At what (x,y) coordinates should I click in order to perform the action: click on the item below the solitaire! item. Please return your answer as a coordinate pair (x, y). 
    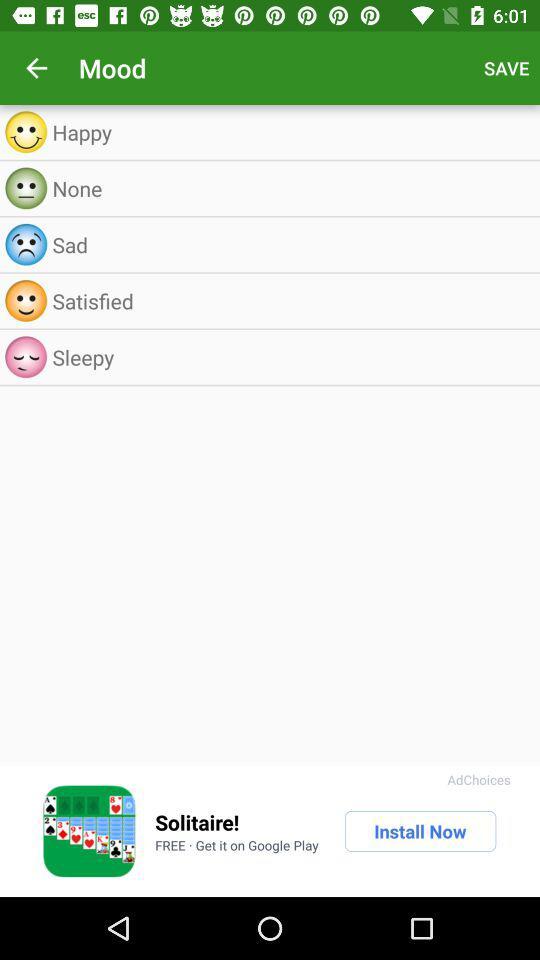
    Looking at the image, I should click on (237, 844).